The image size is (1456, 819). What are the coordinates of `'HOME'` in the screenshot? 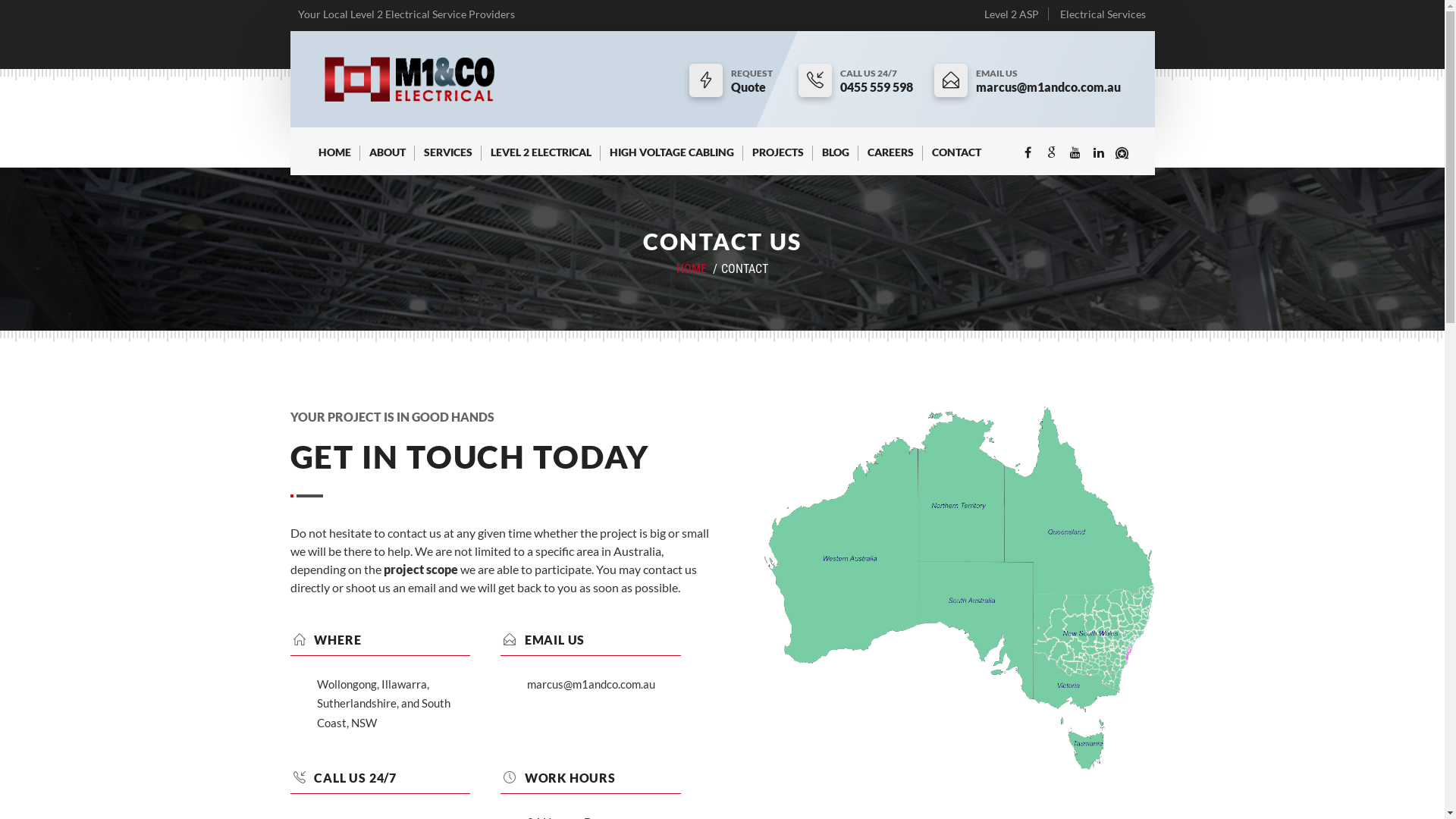 It's located at (691, 268).